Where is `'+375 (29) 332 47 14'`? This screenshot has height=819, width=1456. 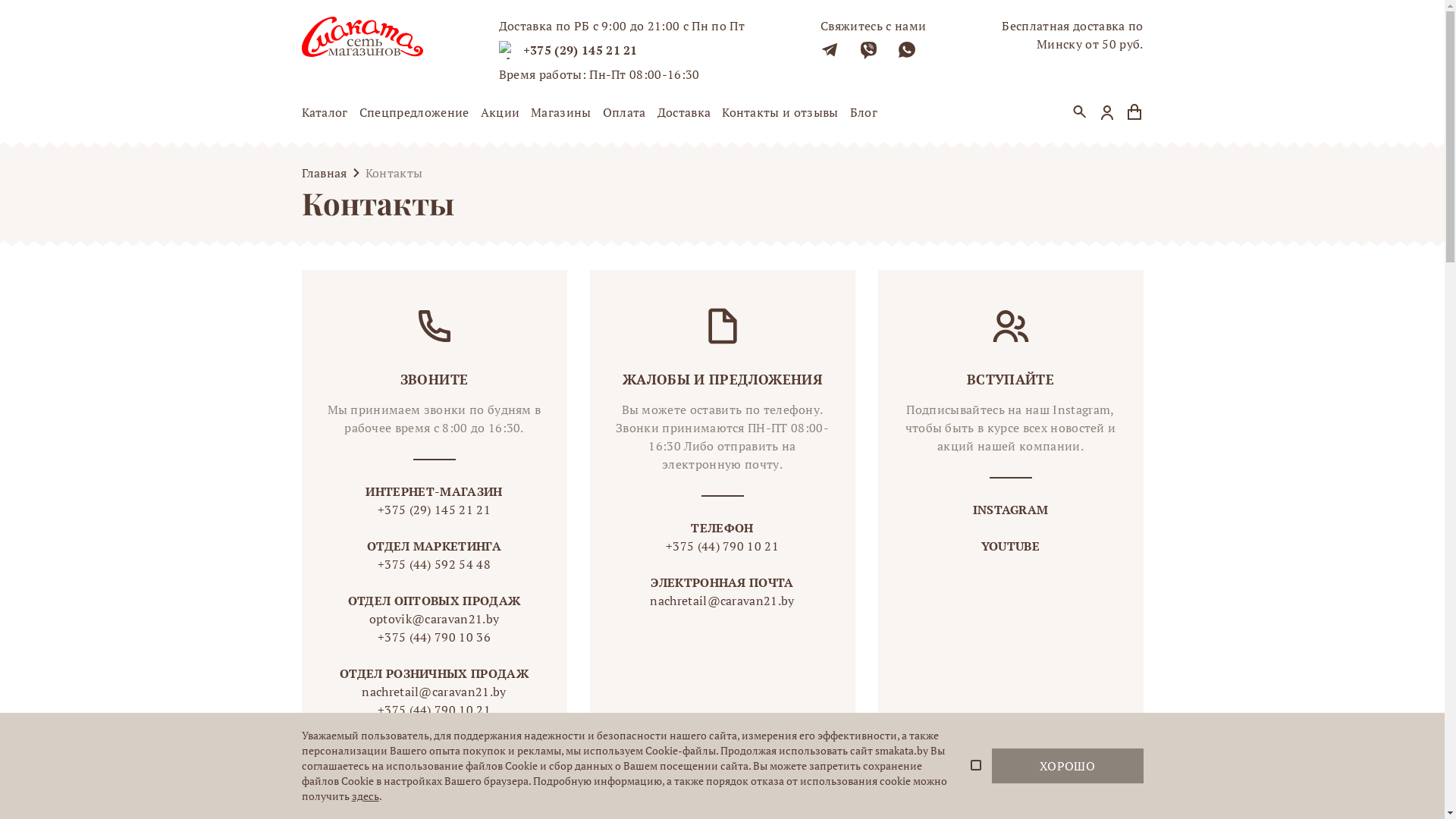
'+375 (29) 332 47 14' is located at coordinates (433, 727).